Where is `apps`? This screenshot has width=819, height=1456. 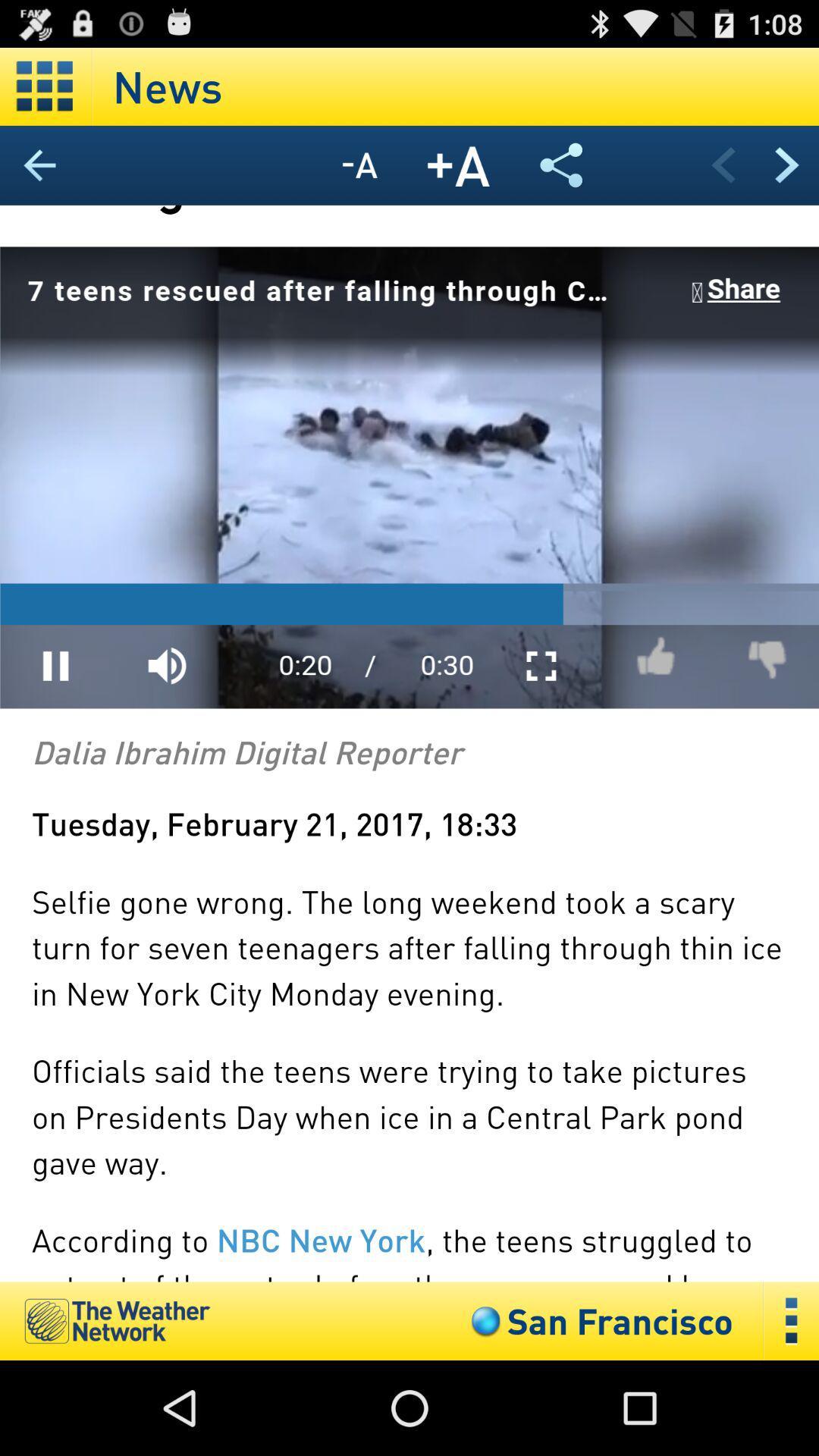 apps is located at coordinates (45, 86).